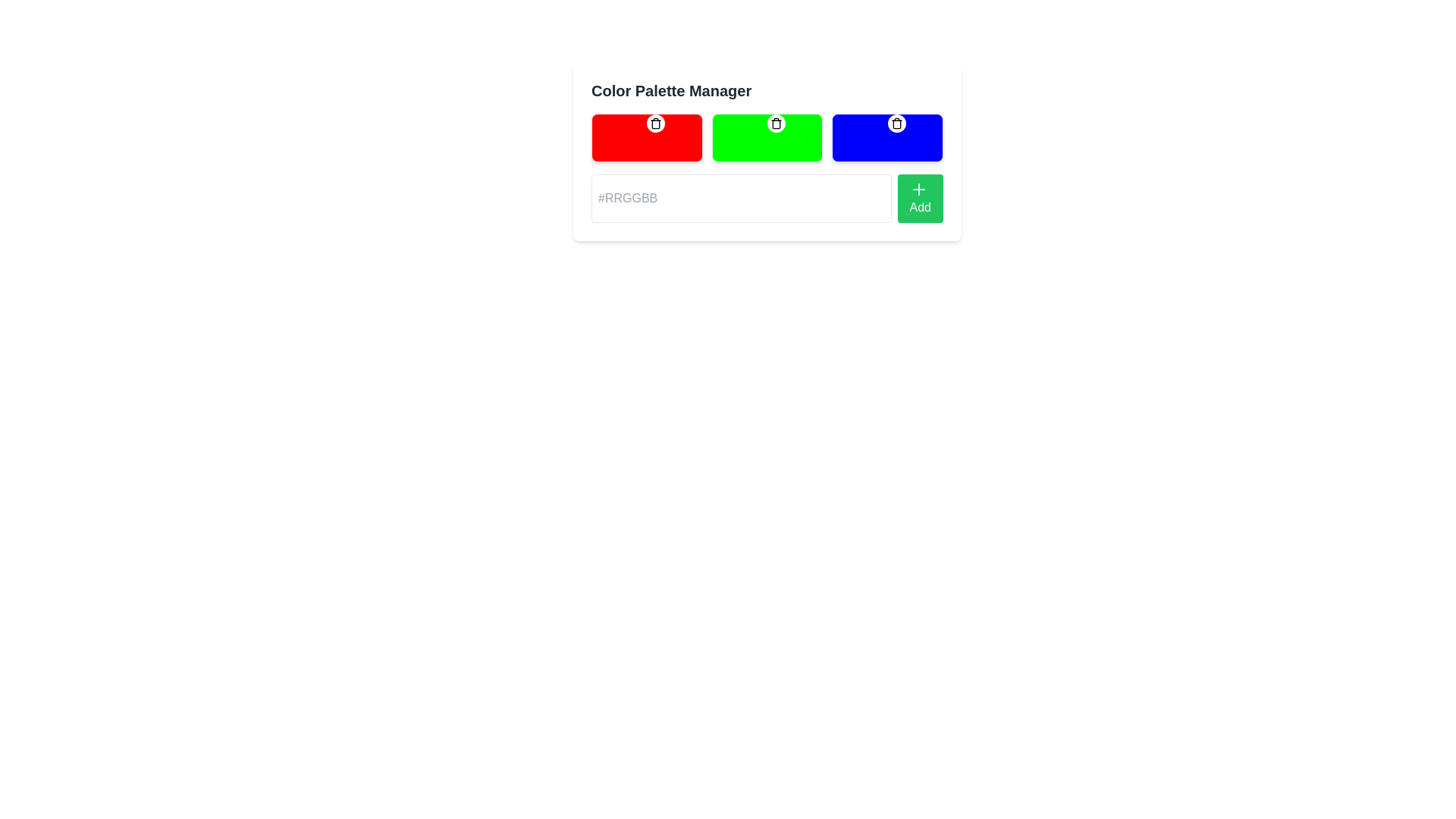 This screenshot has width=1456, height=819. Describe the element at coordinates (776, 122) in the screenshot. I see `the small circular delete button with a trash can icon located at the upper right corner of the green rectangular box` at that location.